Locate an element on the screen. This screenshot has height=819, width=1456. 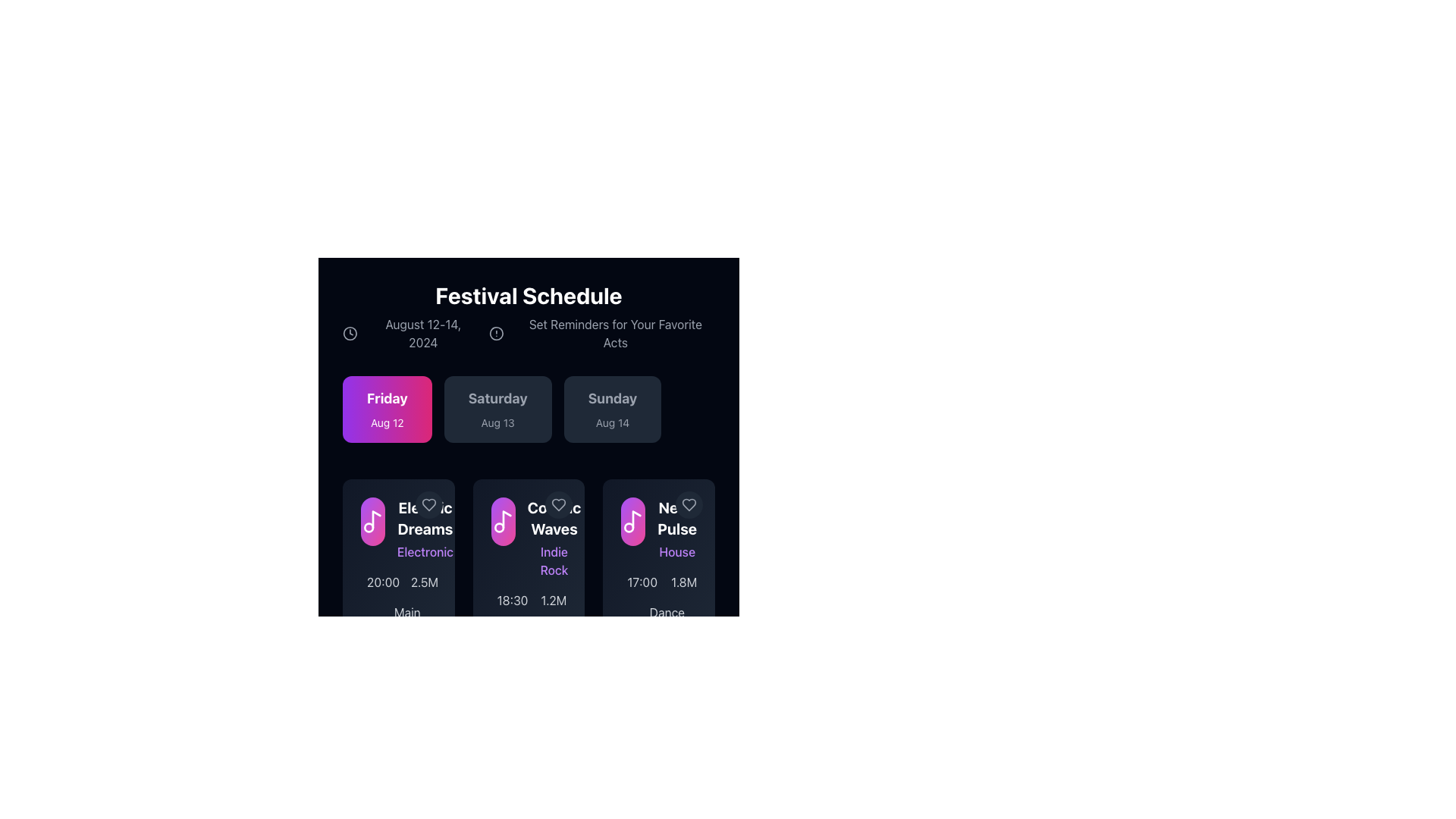
the informational label displaying 'Dance Arena', located at the bottom of the event details card, beneath the time and viewer count information is located at coordinates (659, 622).